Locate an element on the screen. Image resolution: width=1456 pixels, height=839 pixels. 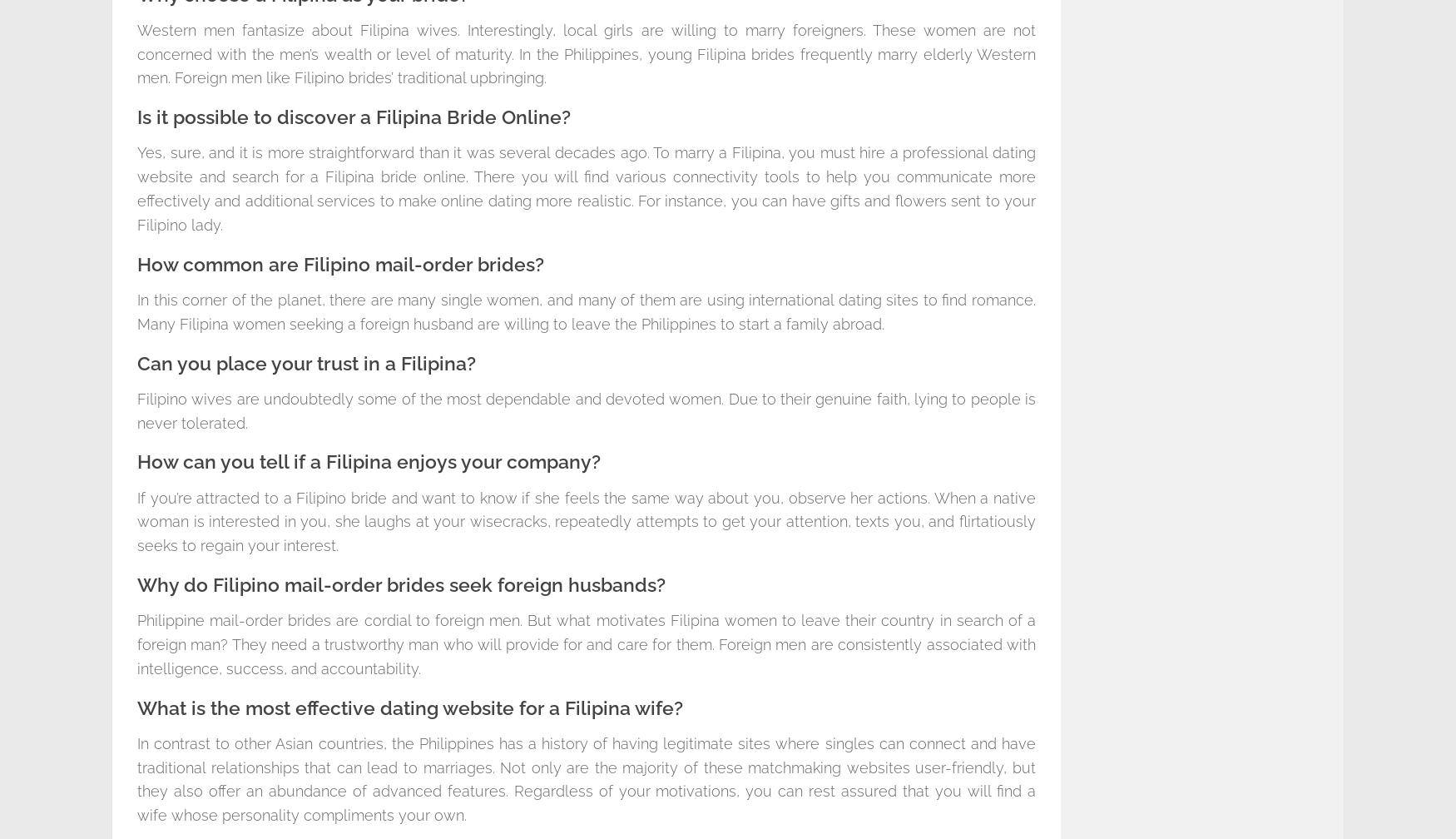
'What is the most effective dating website for a Filipina wife?' is located at coordinates (409, 707).